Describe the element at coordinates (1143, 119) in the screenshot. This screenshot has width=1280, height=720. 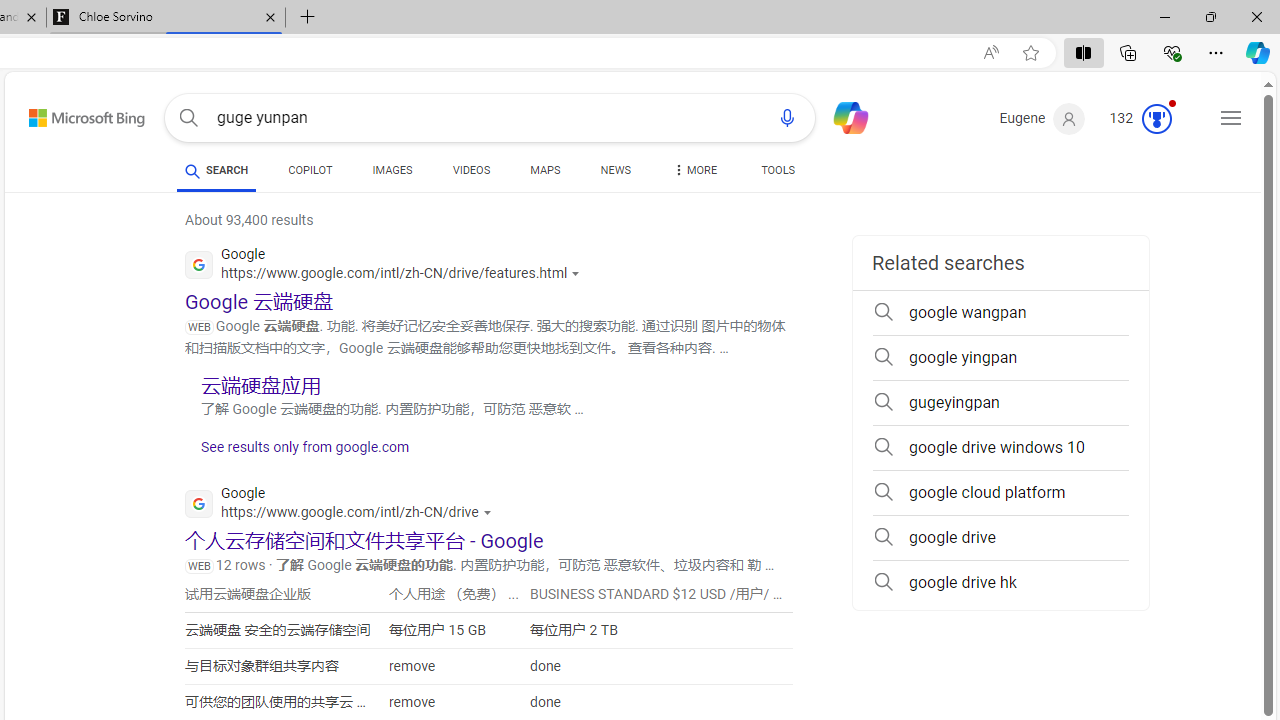
I see `'Microsoft Rewards 123'` at that location.